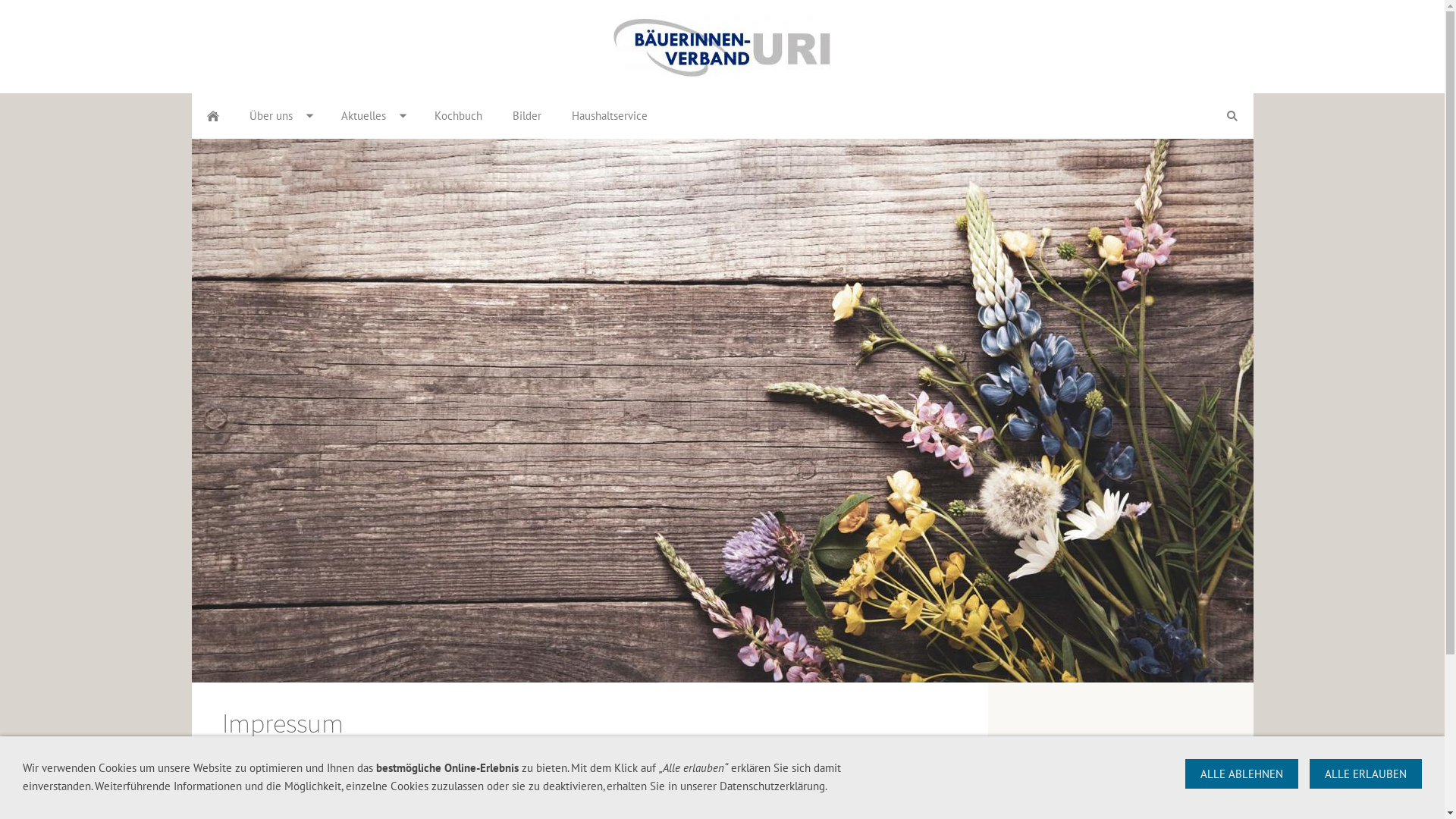 Image resolution: width=1456 pixels, height=819 pixels. What do you see at coordinates (1365, 773) in the screenshot?
I see `'ALLE ERLAUBEN'` at bounding box center [1365, 773].